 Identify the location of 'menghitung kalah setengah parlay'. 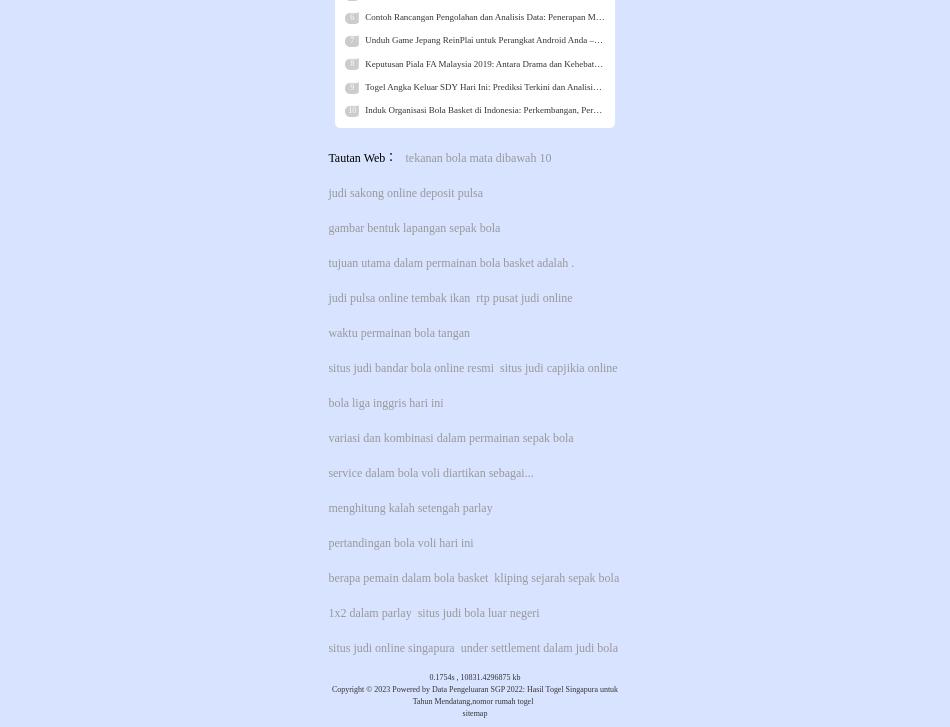
(409, 506).